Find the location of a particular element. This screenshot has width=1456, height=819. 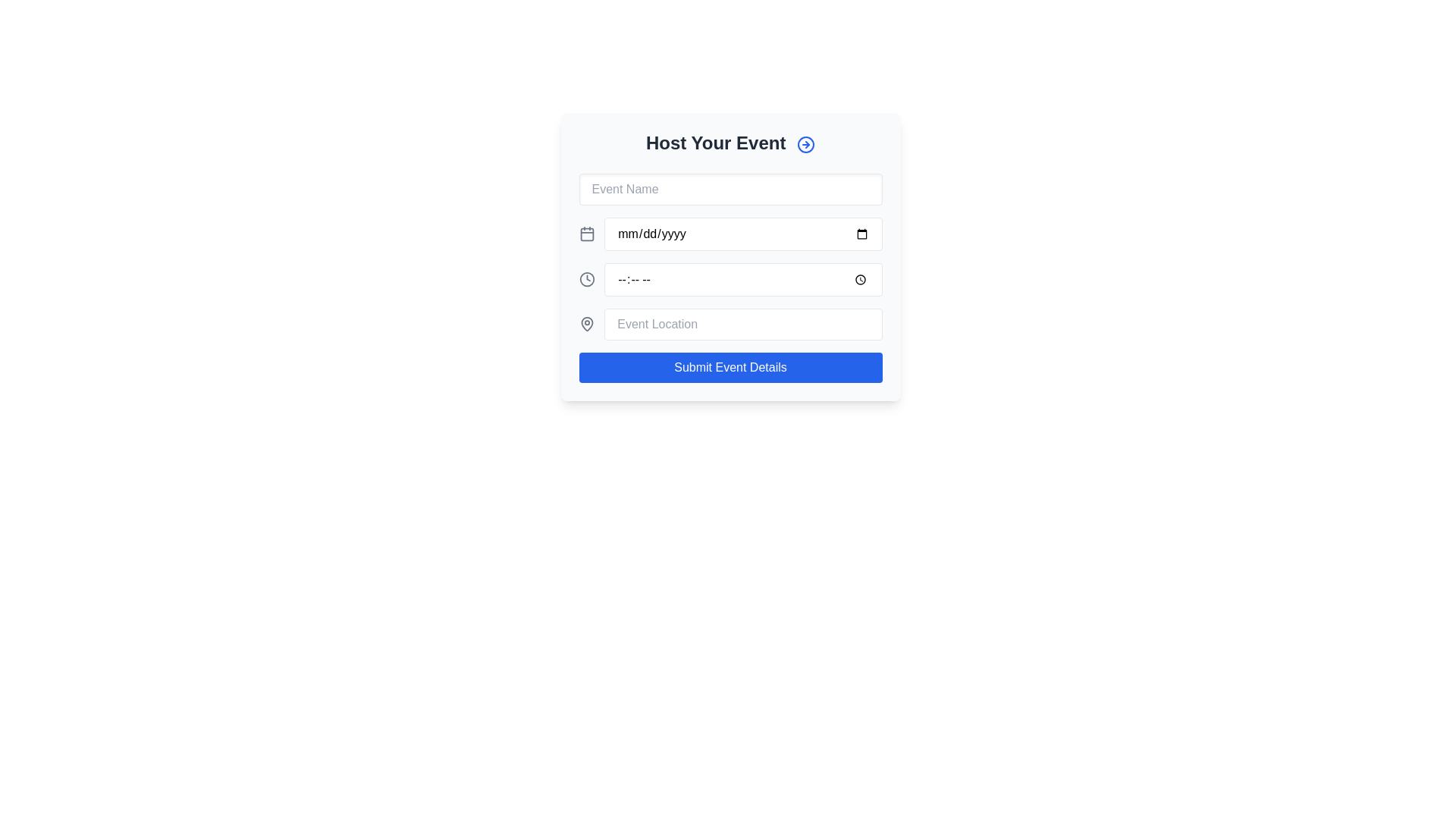

the circular graphical component of the SVG icon located beside the 'Host Your Event' heading text in the event creation form is located at coordinates (805, 144).